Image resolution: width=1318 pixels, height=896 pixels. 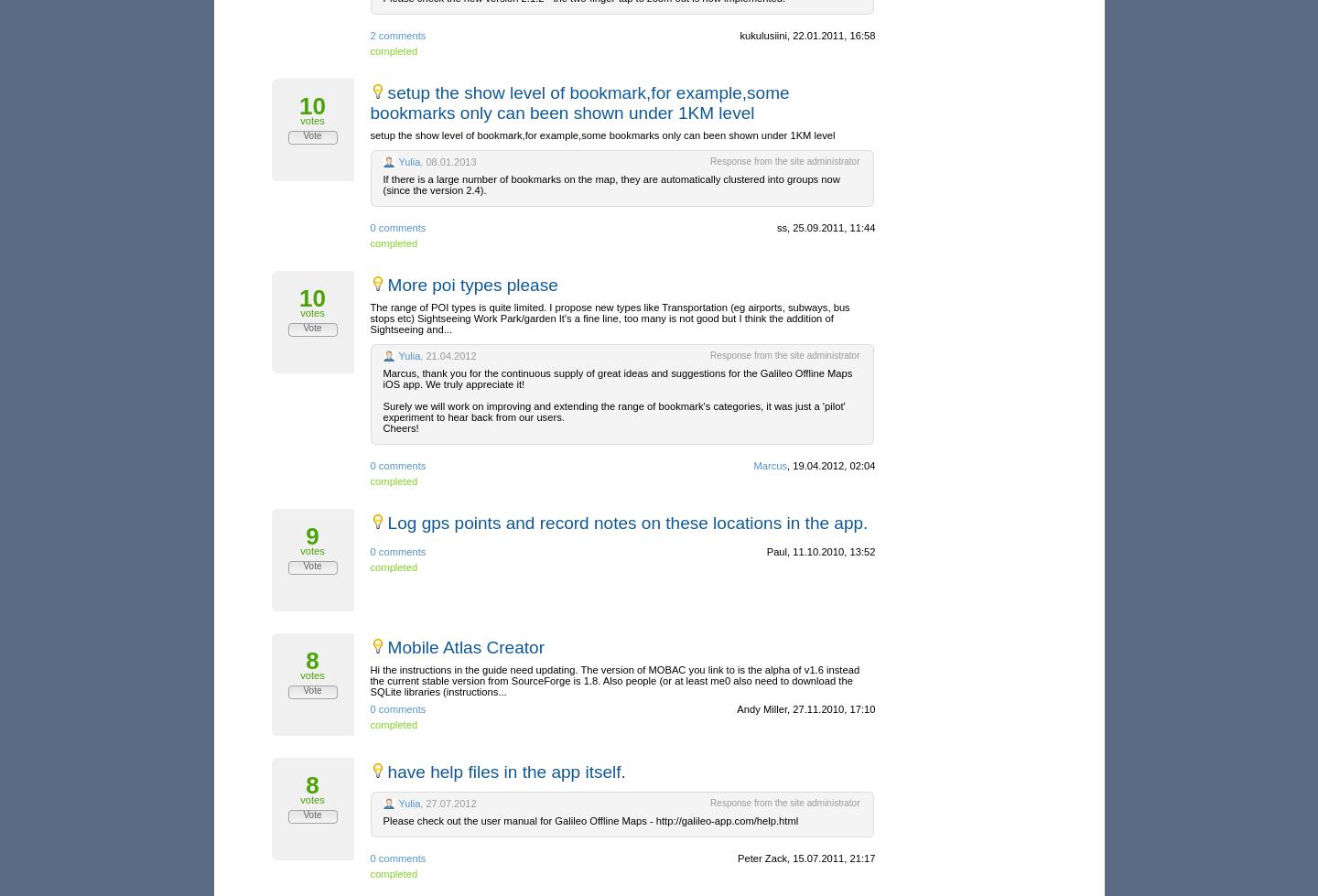 I want to click on 'More poi types please', so click(x=470, y=285).